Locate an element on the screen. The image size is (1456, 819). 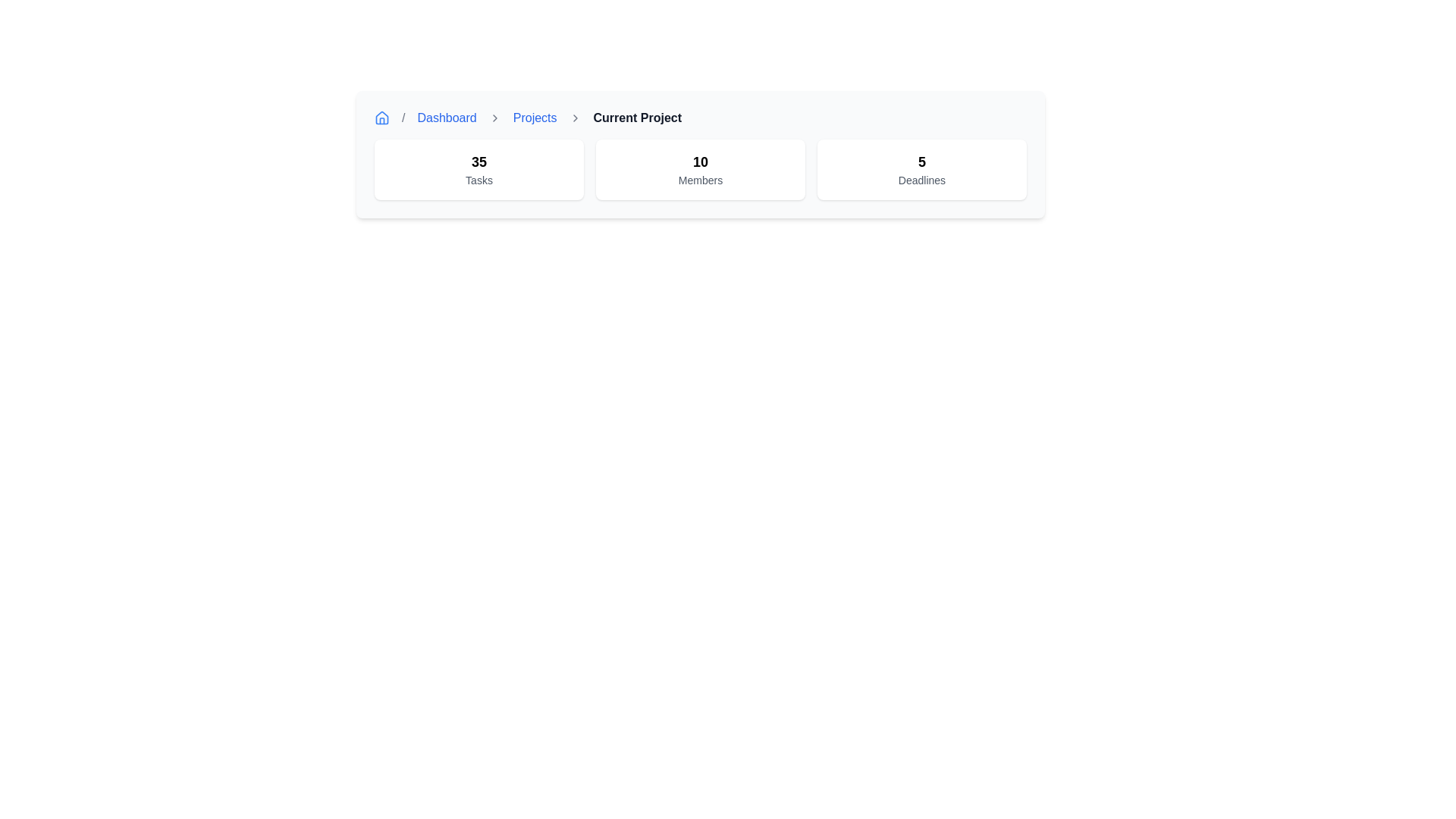
the static text element that indicates the number of deadlines associated with a component or project, specifically the text '5' above the label 'Deadlines' is located at coordinates (921, 162).